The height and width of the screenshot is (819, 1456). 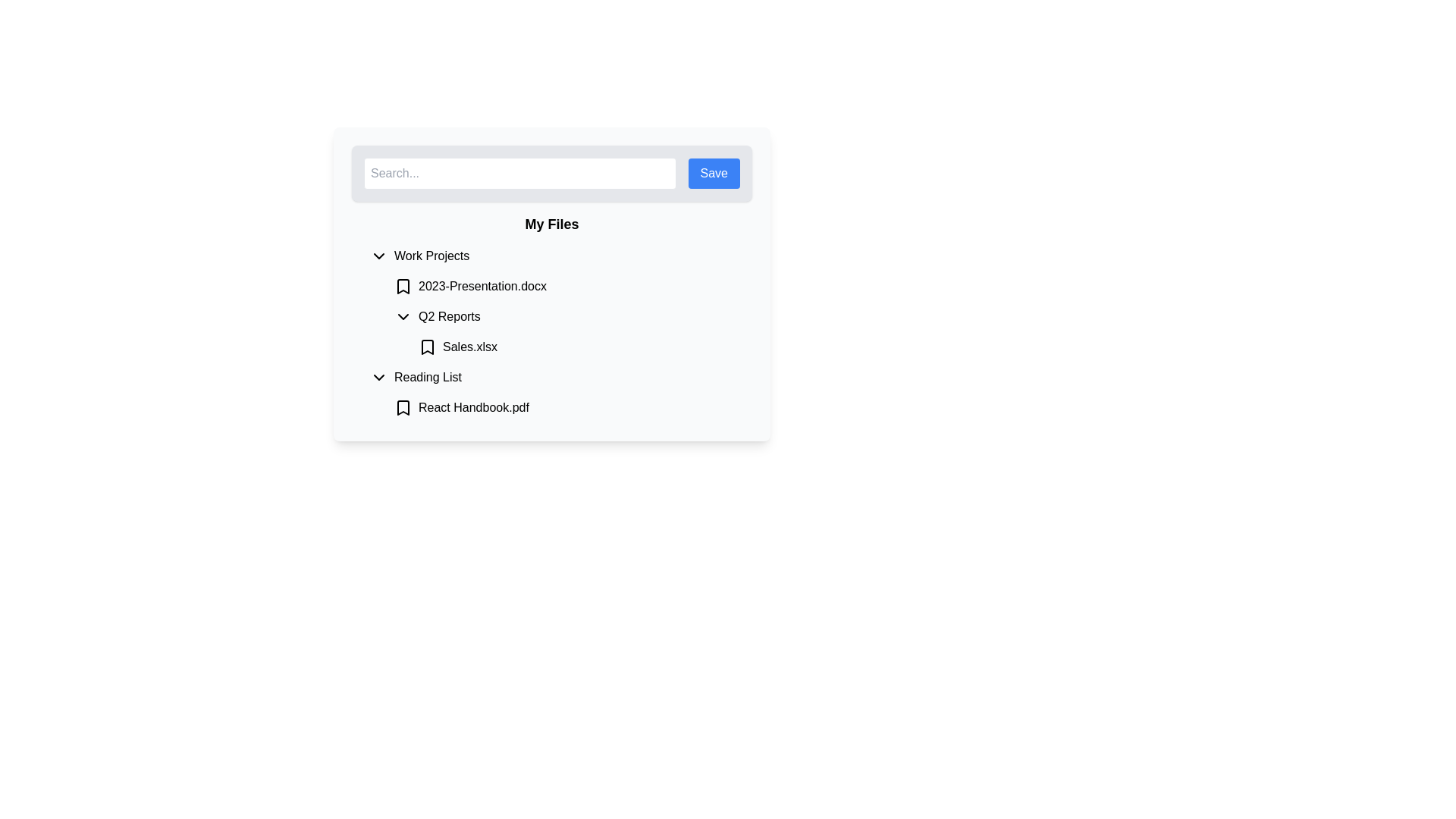 What do you see at coordinates (427, 376) in the screenshot?
I see `the text label indicating a category or folder located below the 'Q2 Reports' folder and above the 'React Handbook.pdf' document in 'My Files'` at bounding box center [427, 376].